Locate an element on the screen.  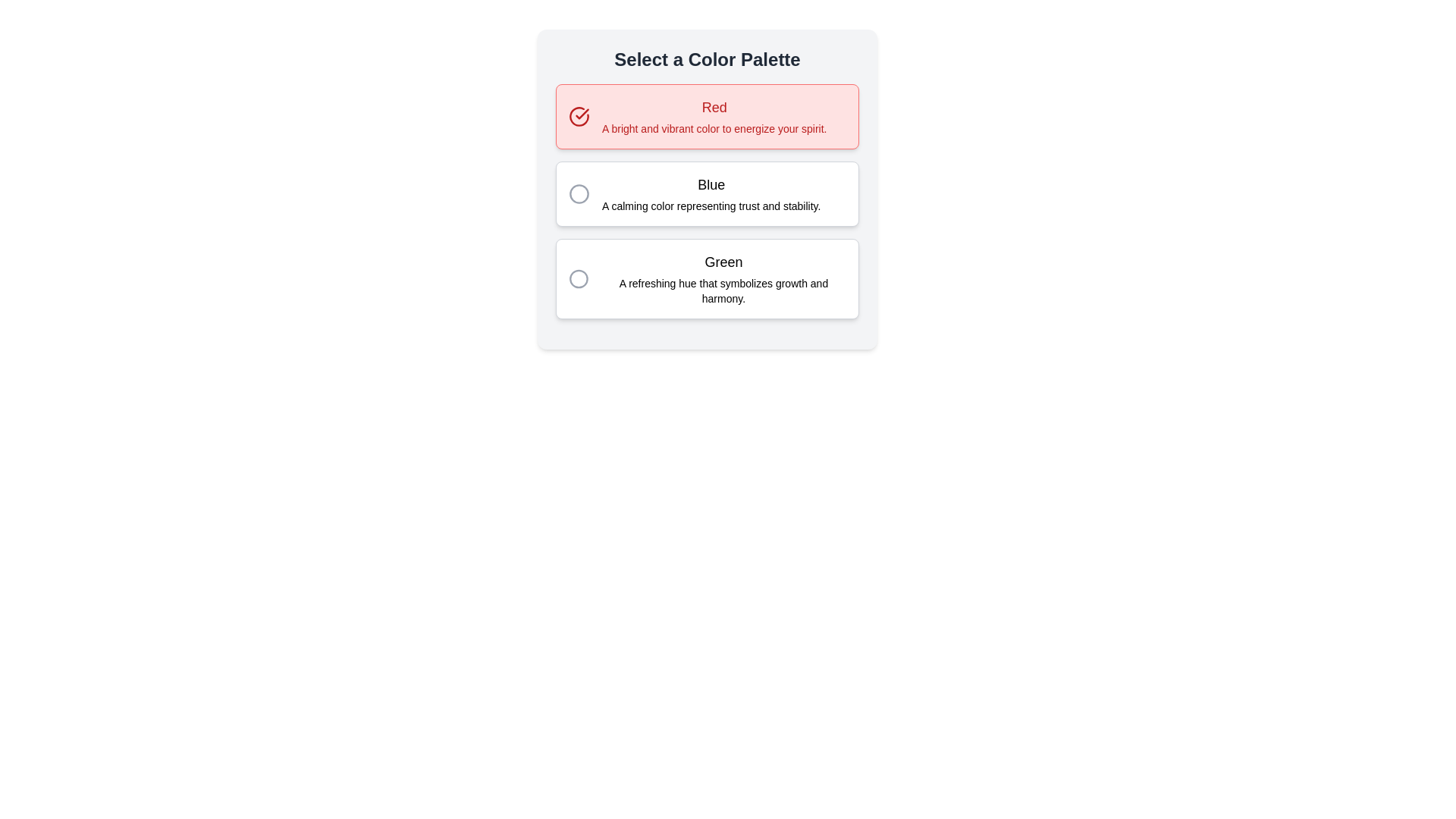
the text heading labeled 'Select a Color Palette', which is styled in bold and large font, positioned at the top-center of the interface within a rounded, shadowed card panel is located at coordinates (706, 58).